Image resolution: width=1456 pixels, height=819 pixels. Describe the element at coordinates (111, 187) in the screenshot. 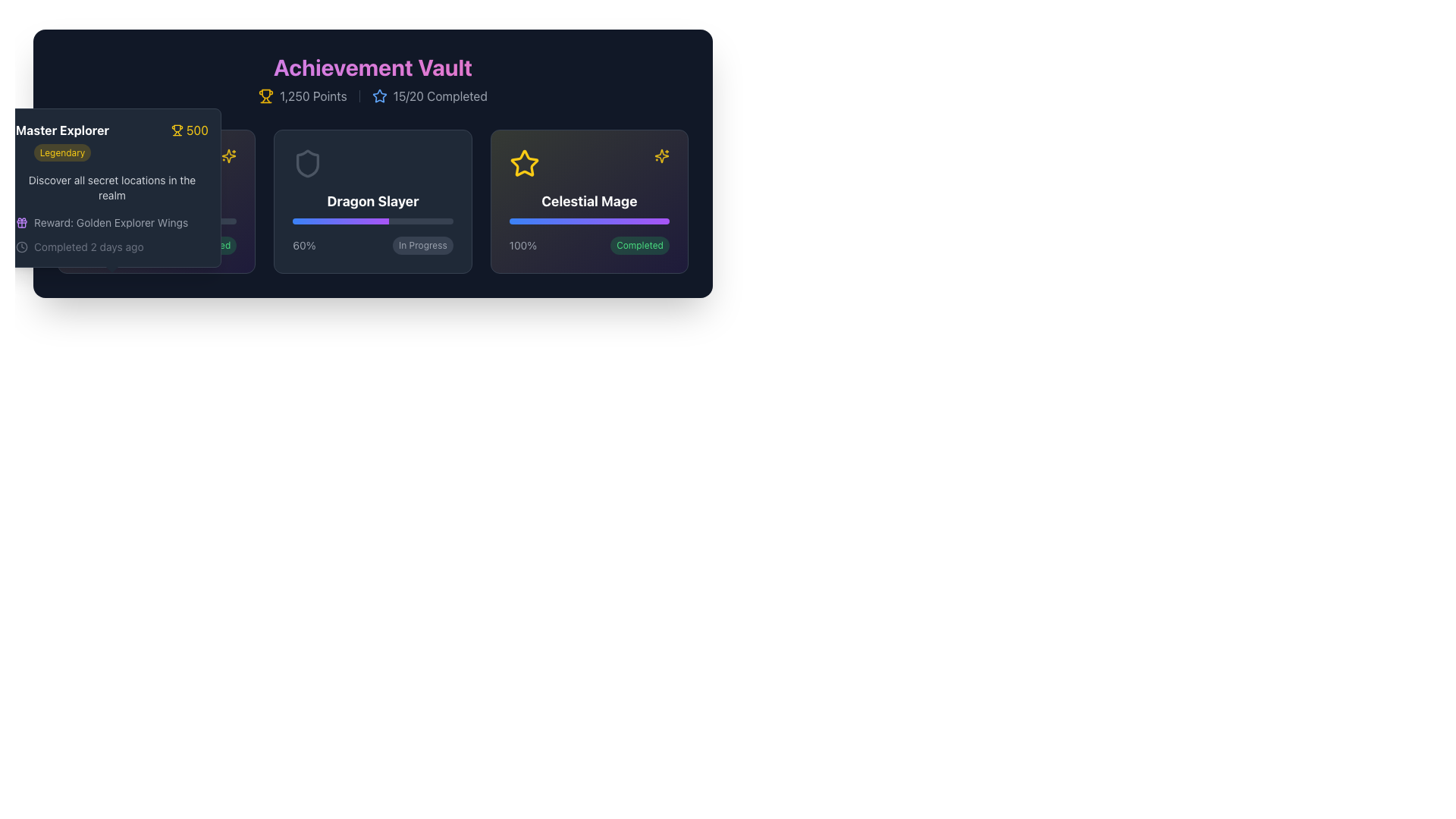

I see `the Informational Card styled with a dark background that contains the text 'Master Explorer' and 'Legendary', located at the top-left corner of the layout` at that location.